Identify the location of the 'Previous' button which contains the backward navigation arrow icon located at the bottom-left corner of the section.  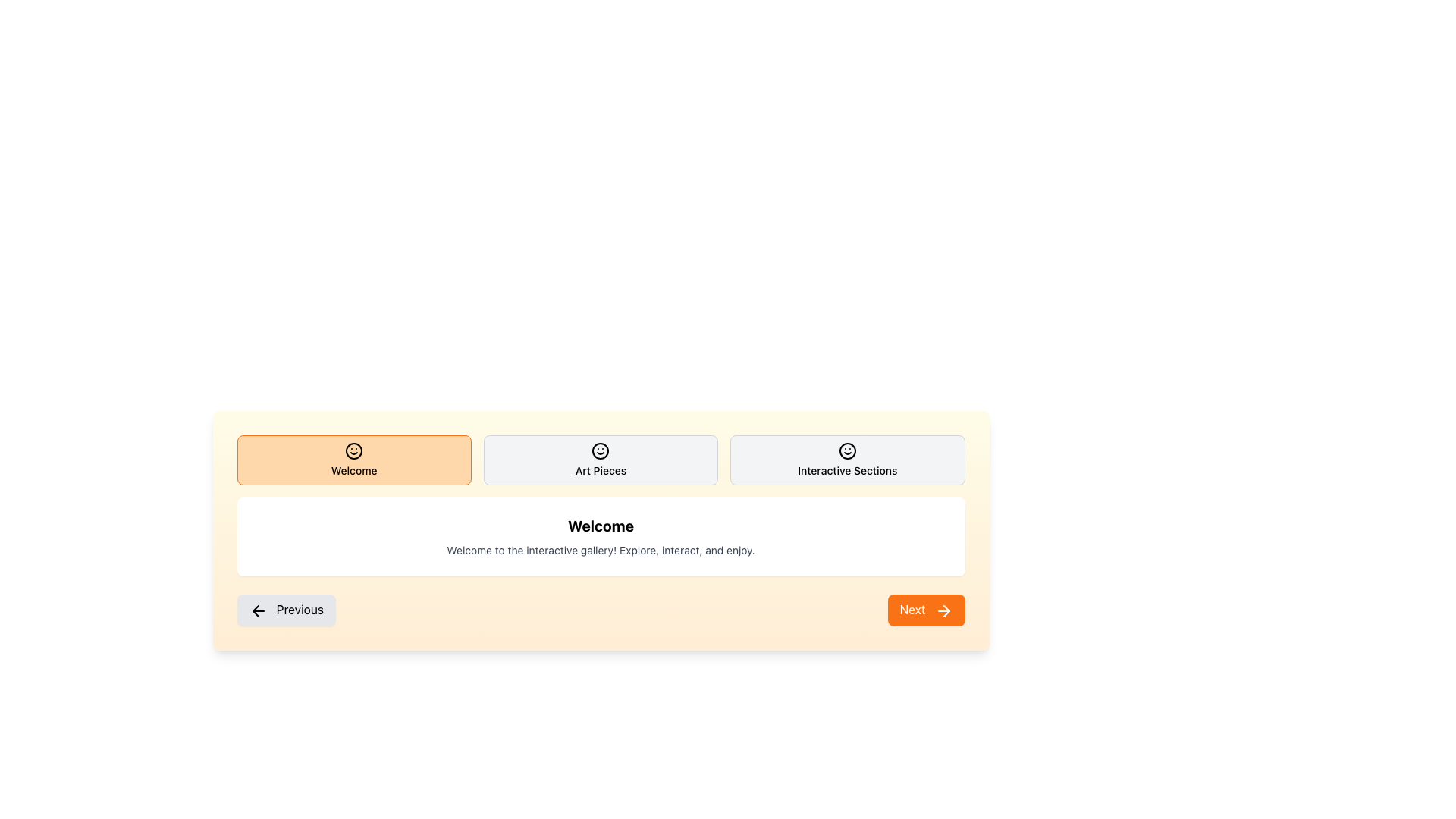
(258, 610).